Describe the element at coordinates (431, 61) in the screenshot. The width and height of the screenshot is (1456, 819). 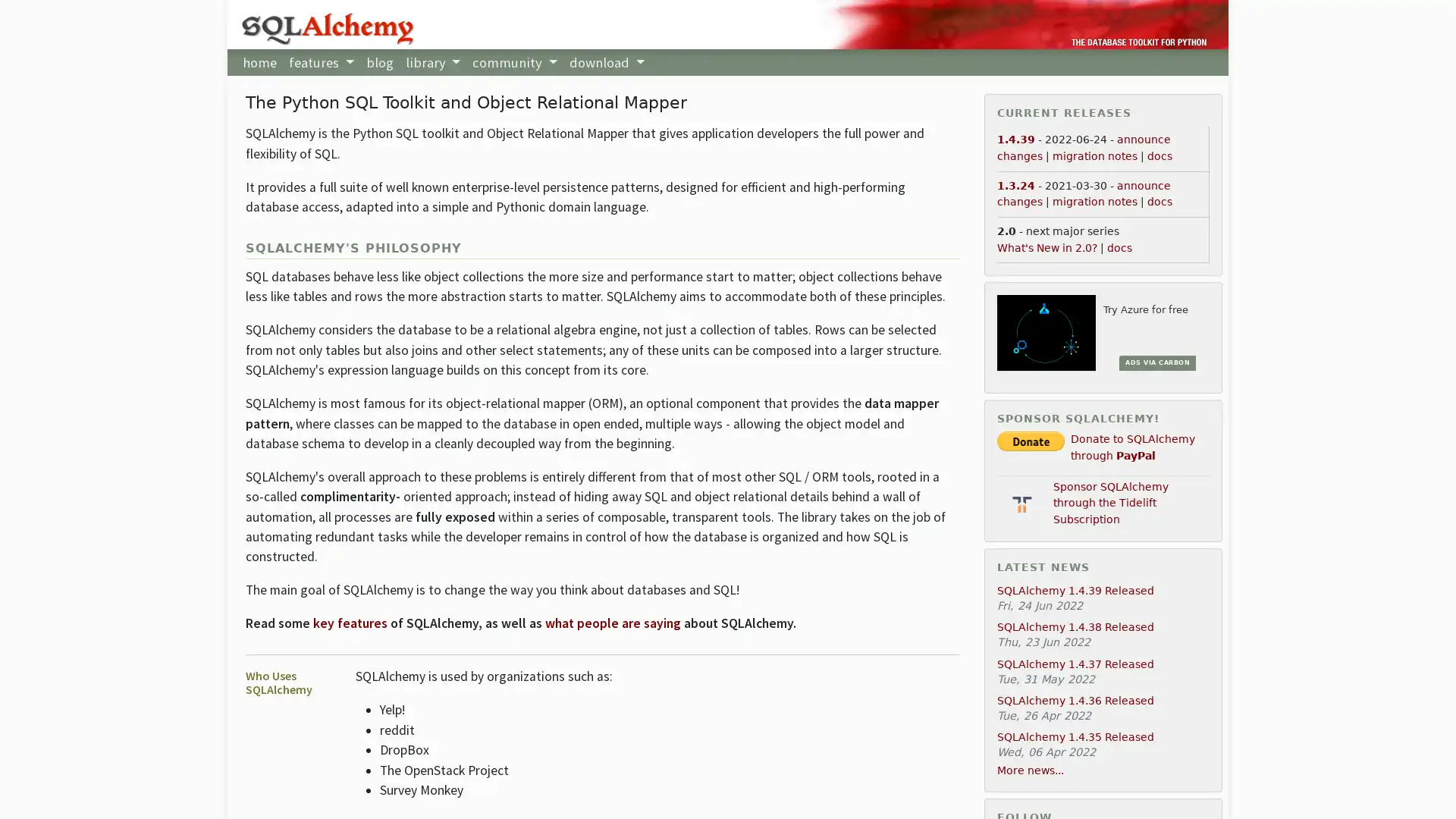
I see `library` at that location.